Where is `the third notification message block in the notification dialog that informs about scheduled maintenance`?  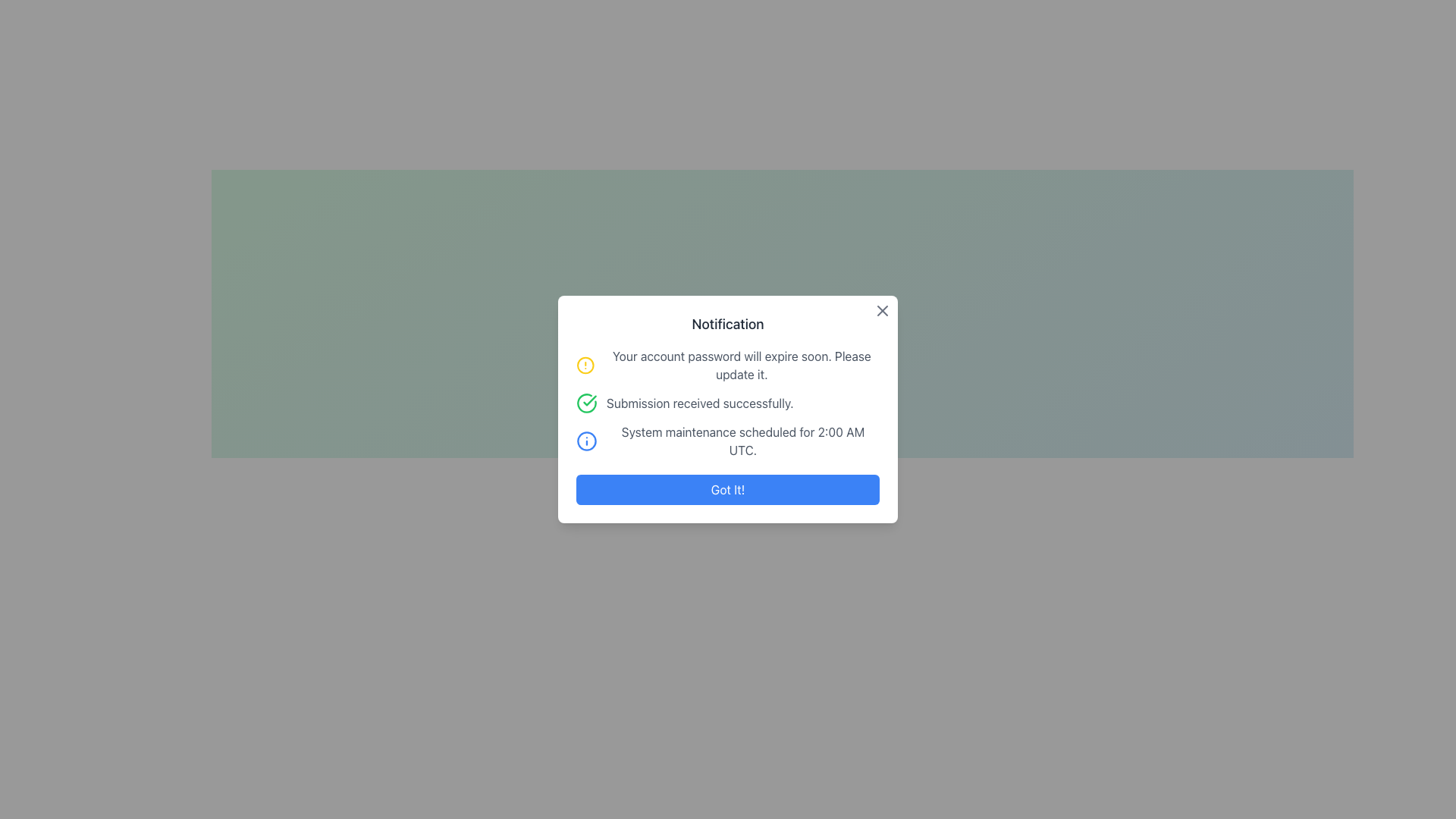
the third notification message block in the notification dialog that informs about scheduled maintenance is located at coordinates (728, 441).